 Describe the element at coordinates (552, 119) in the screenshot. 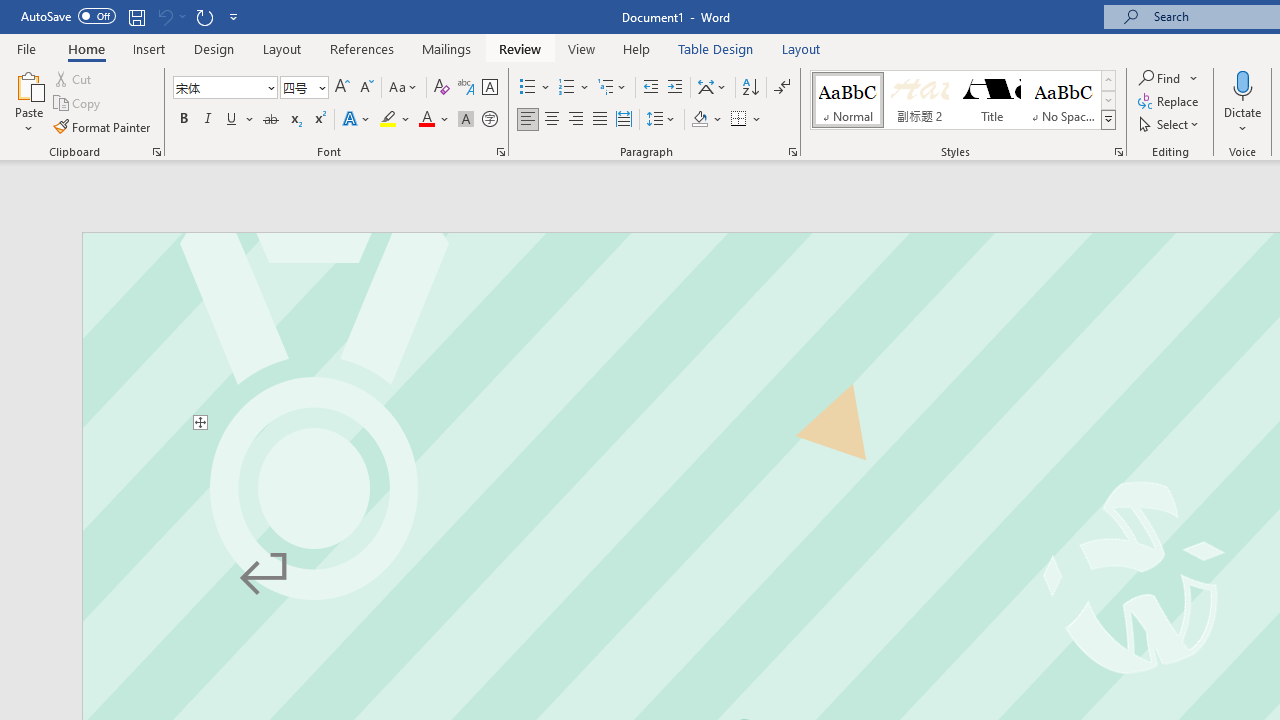

I see `'Center'` at that location.